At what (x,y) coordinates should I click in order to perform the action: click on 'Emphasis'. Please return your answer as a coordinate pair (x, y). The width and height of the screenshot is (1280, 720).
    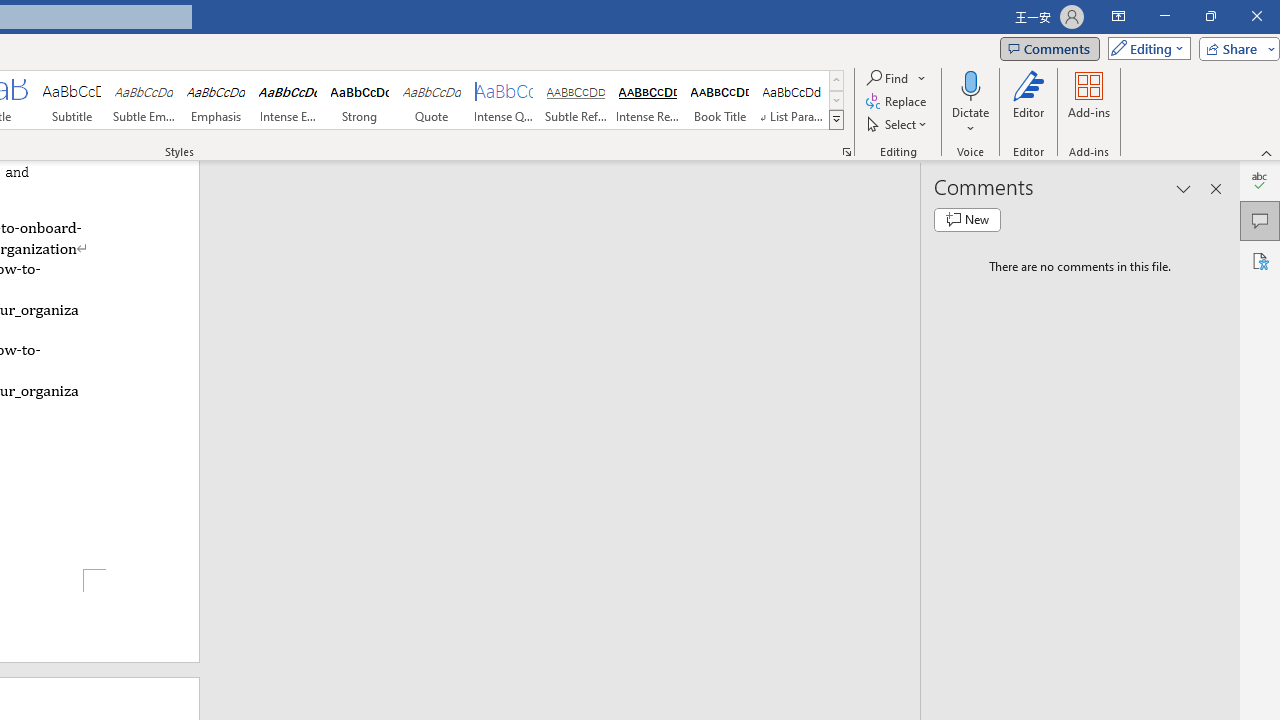
    Looking at the image, I should click on (216, 100).